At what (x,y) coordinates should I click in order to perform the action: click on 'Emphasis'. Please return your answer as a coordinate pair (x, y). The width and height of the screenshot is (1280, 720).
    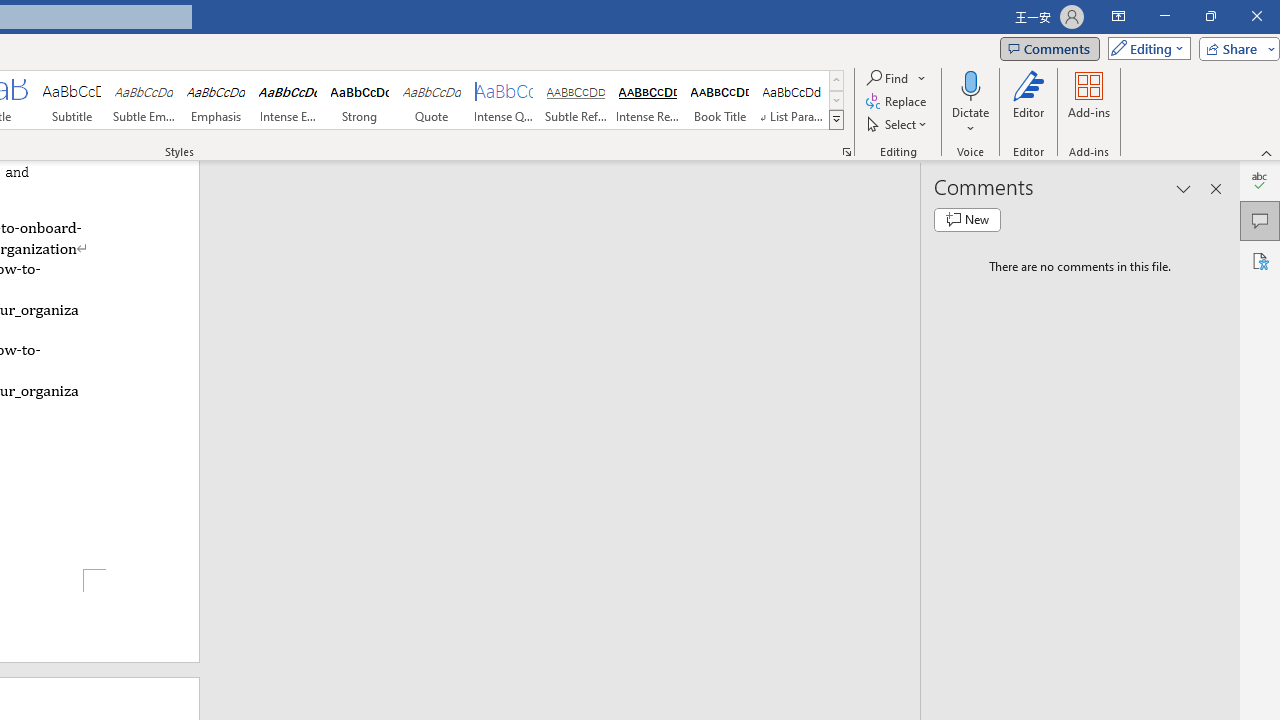
    Looking at the image, I should click on (216, 100).